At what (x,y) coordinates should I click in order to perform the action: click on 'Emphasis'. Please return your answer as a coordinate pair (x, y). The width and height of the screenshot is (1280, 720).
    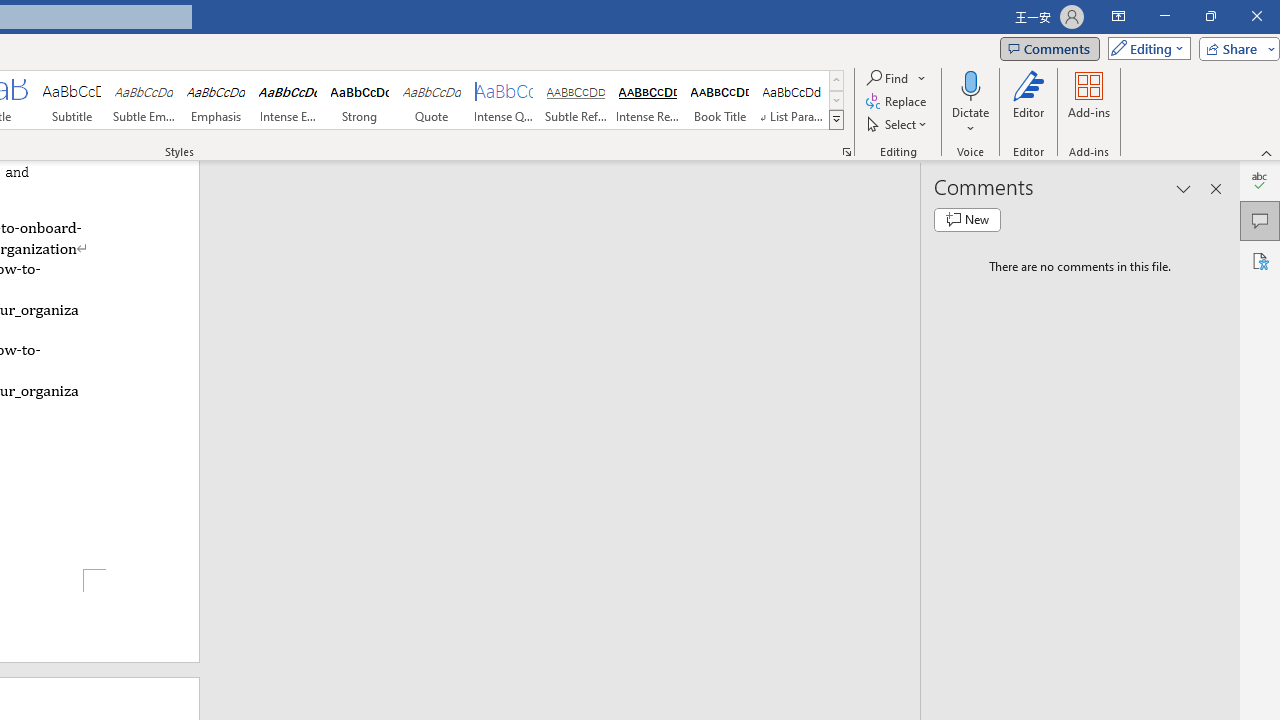
    Looking at the image, I should click on (216, 100).